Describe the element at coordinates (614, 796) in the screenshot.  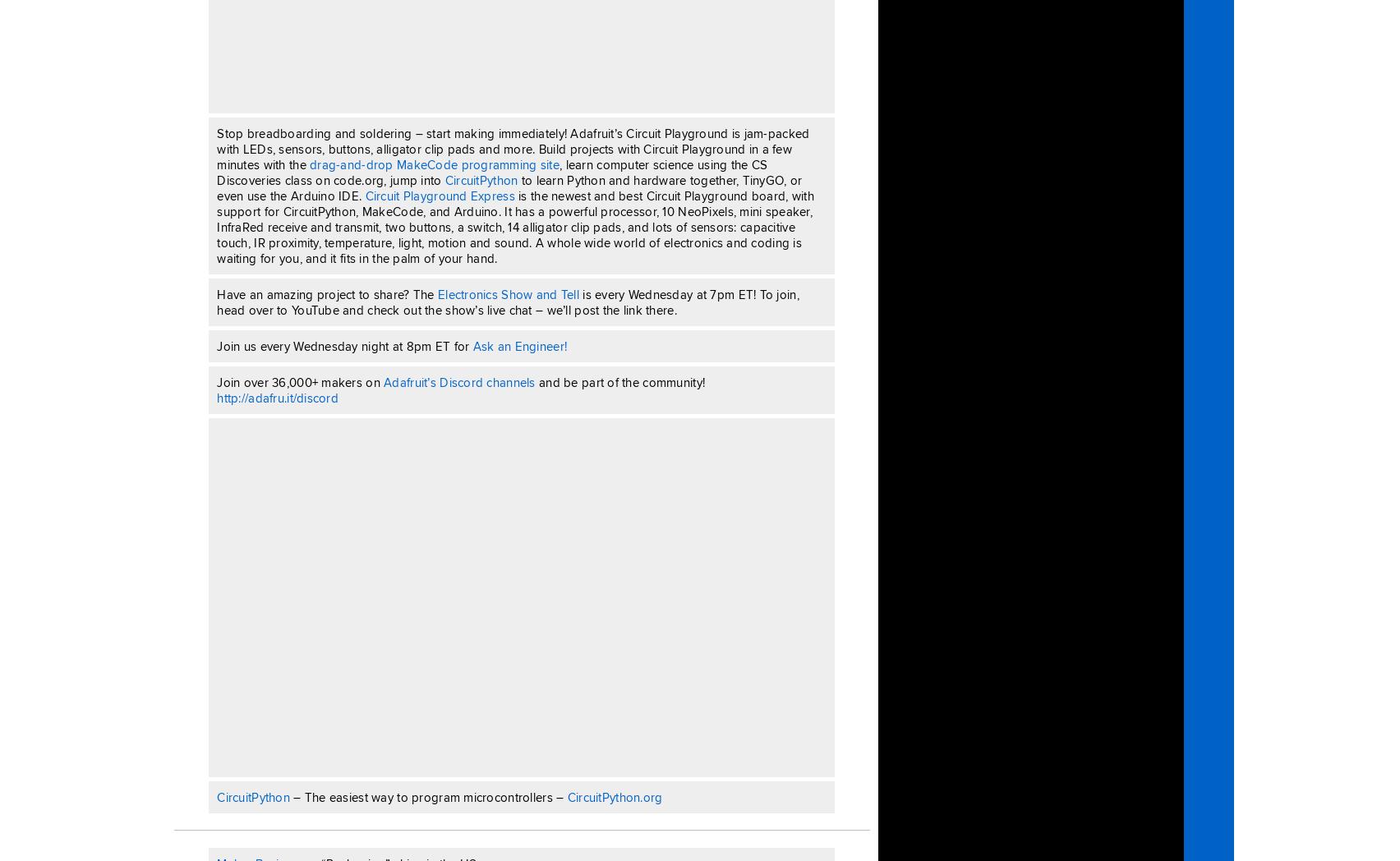
I see `'CircuitPython.org'` at that location.